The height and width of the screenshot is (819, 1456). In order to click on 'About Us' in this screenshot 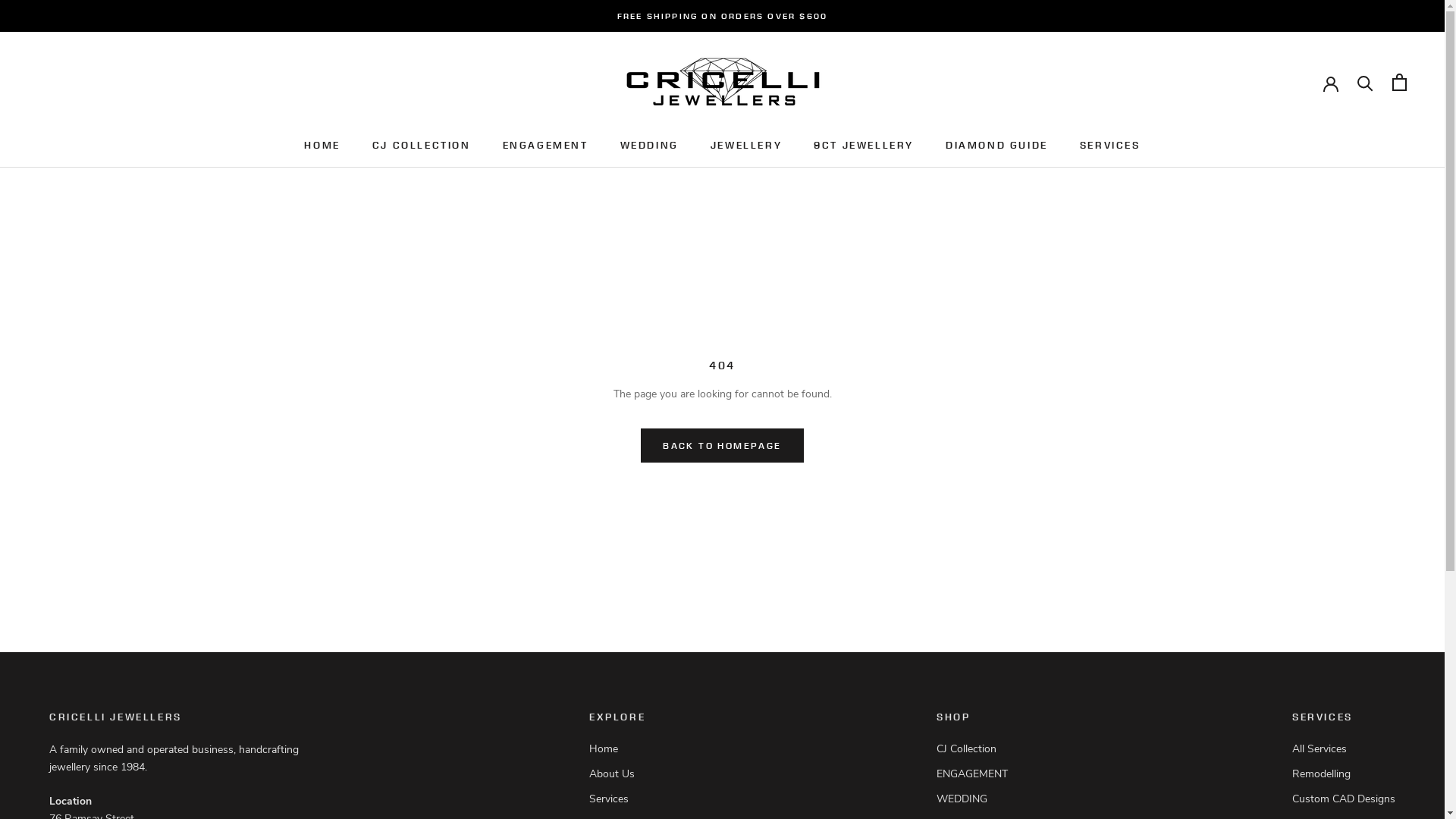, I will do `click(626, 773)`.